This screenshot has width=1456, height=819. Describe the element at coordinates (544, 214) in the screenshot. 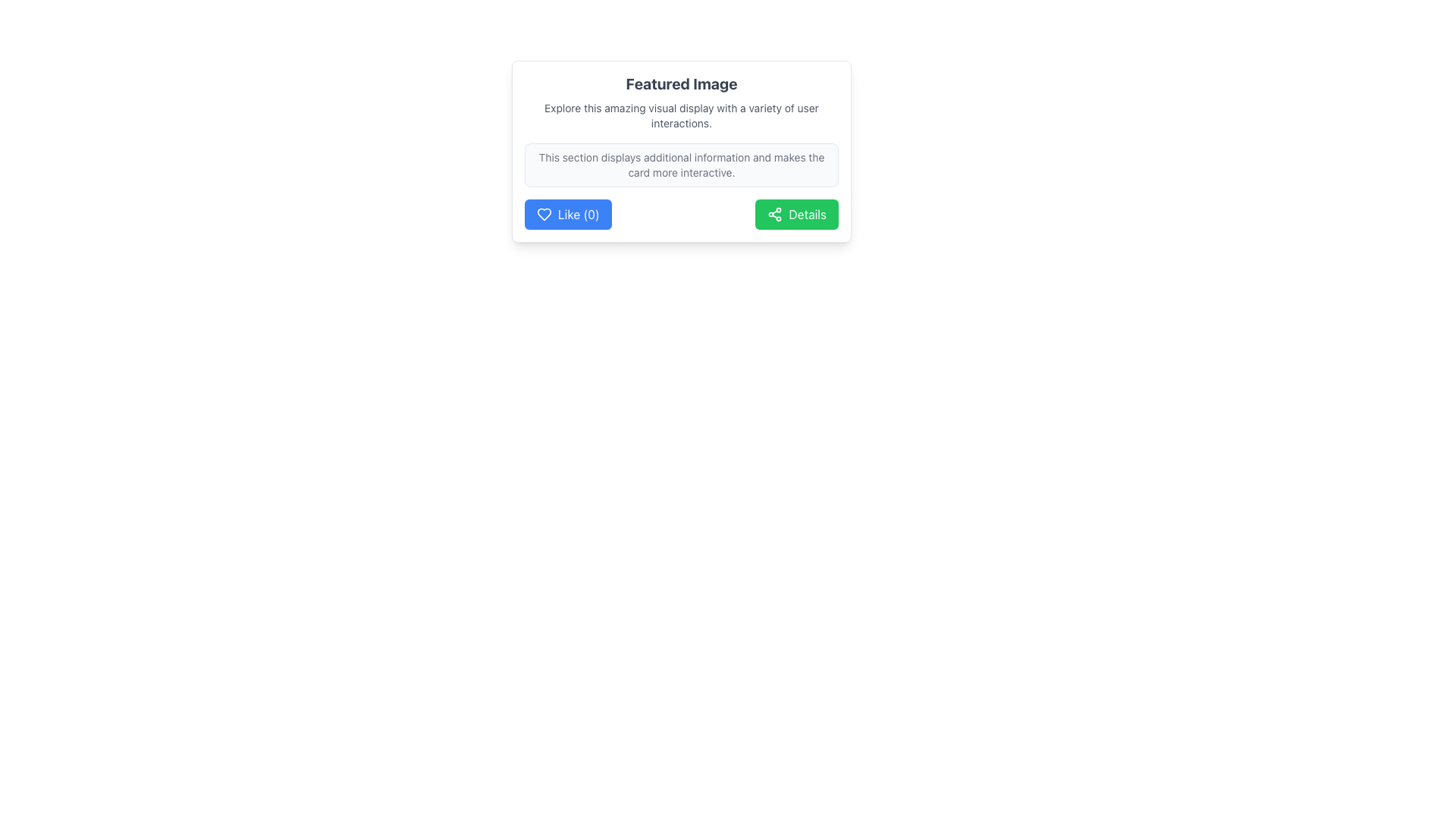

I see `the 'Like' button represented by the heart icon located at the bottom left of the card` at that location.